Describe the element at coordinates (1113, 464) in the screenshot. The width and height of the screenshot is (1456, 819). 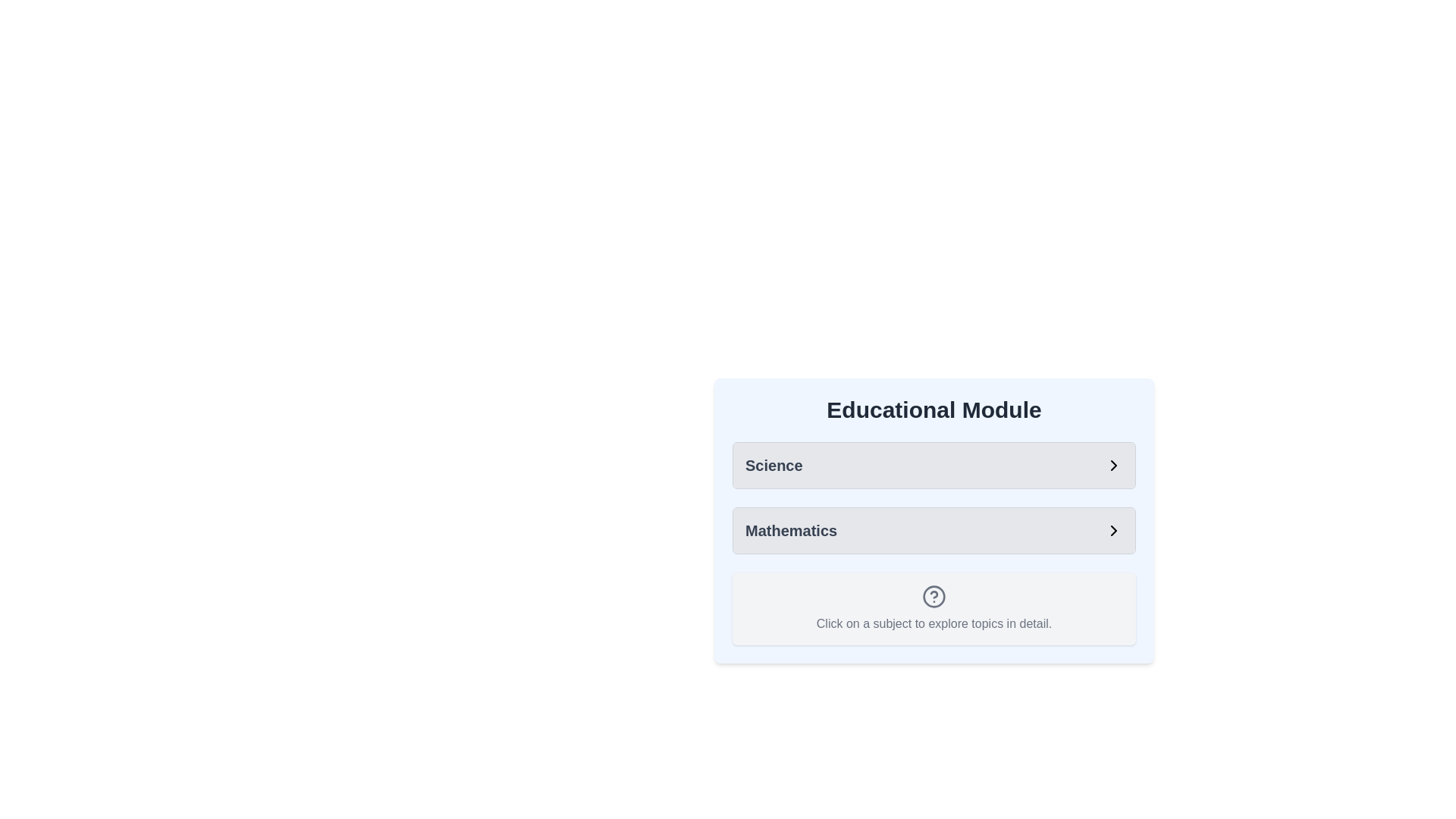
I see `the chevron icon located to the far right of the 'Science' row in the 'Educational Module' section` at that location.